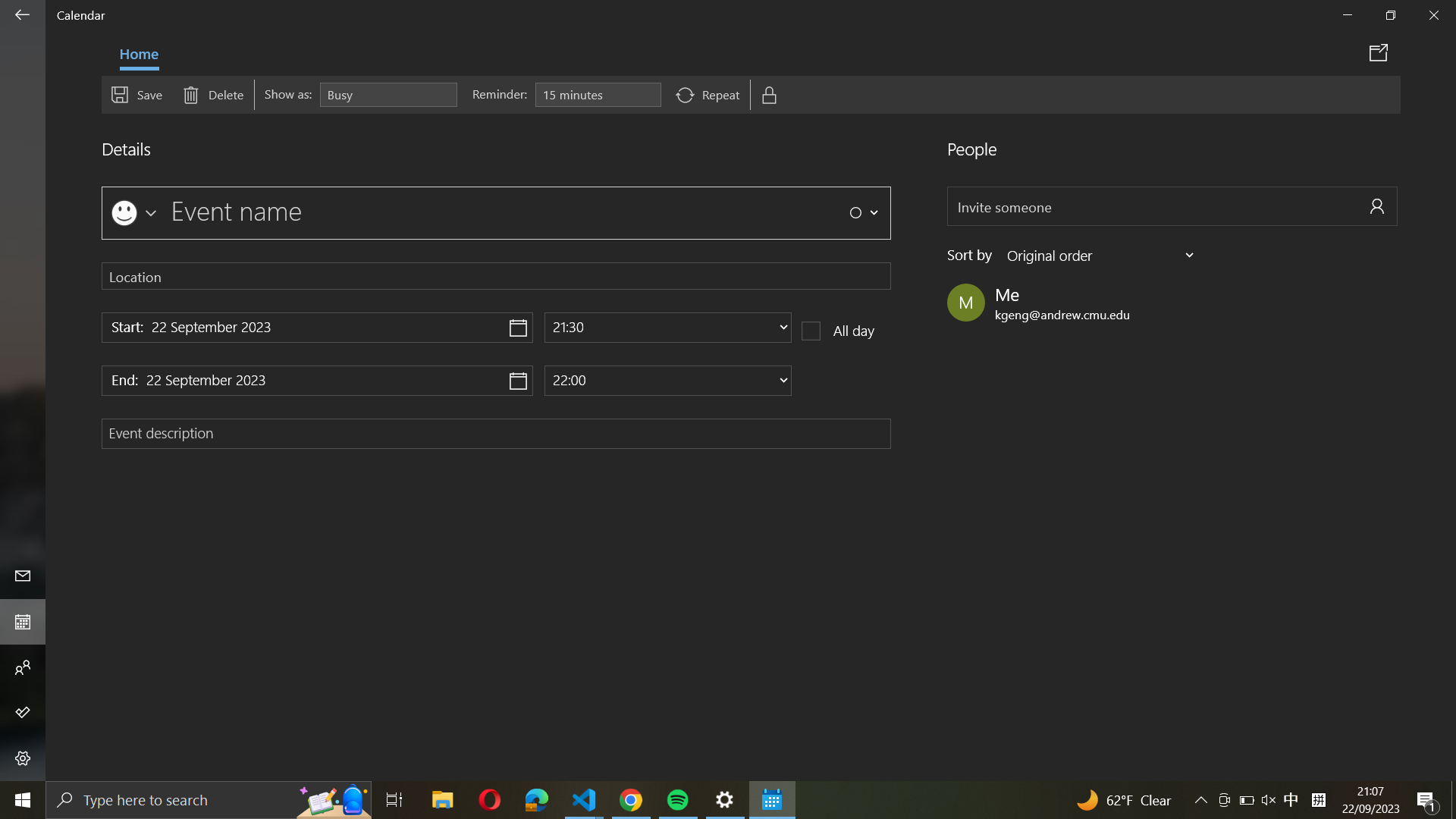  I want to click on Share the event details with "abc@example.com", so click(1172, 206).